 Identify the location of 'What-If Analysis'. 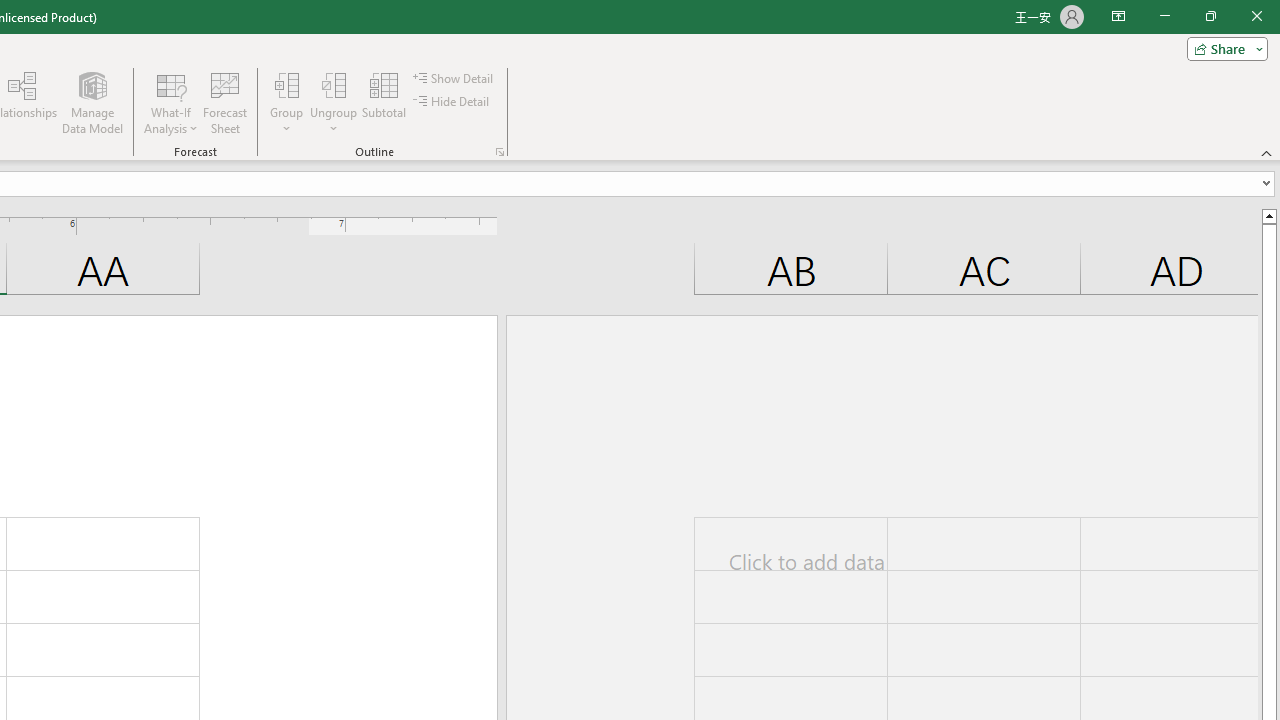
(171, 103).